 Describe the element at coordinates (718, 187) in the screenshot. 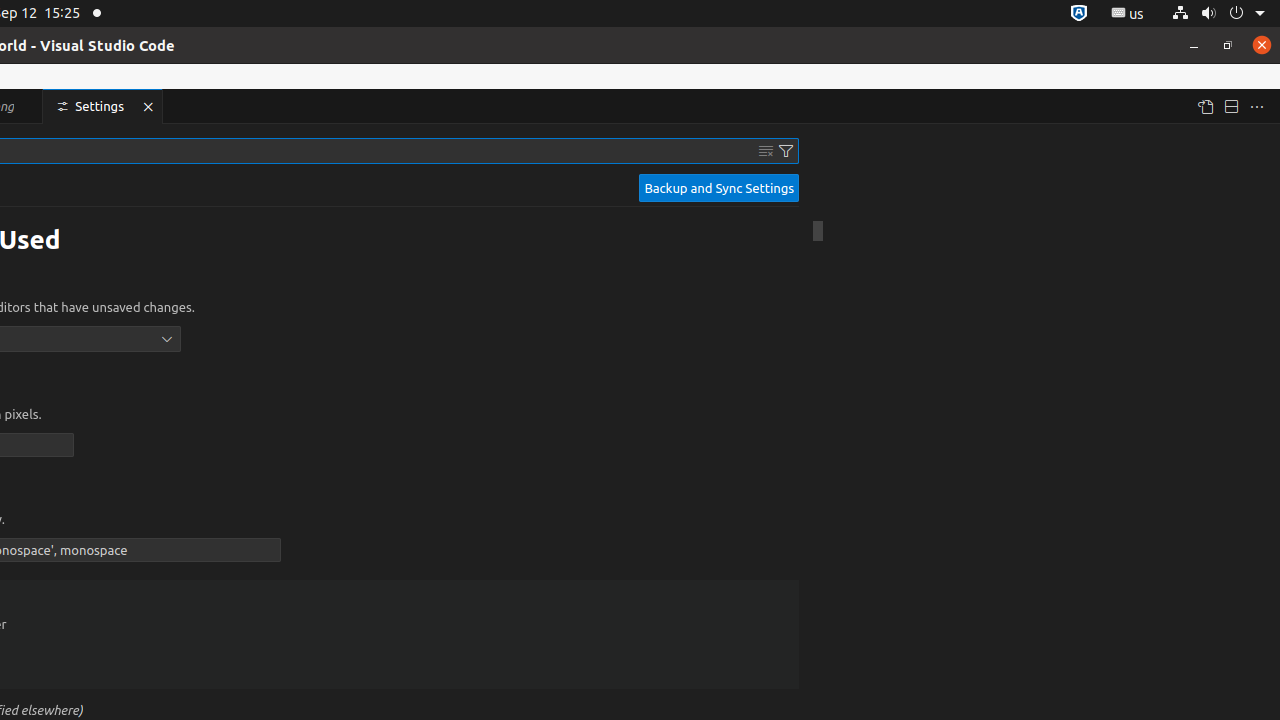

I see `'Backup and Sync Settings'` at that location.